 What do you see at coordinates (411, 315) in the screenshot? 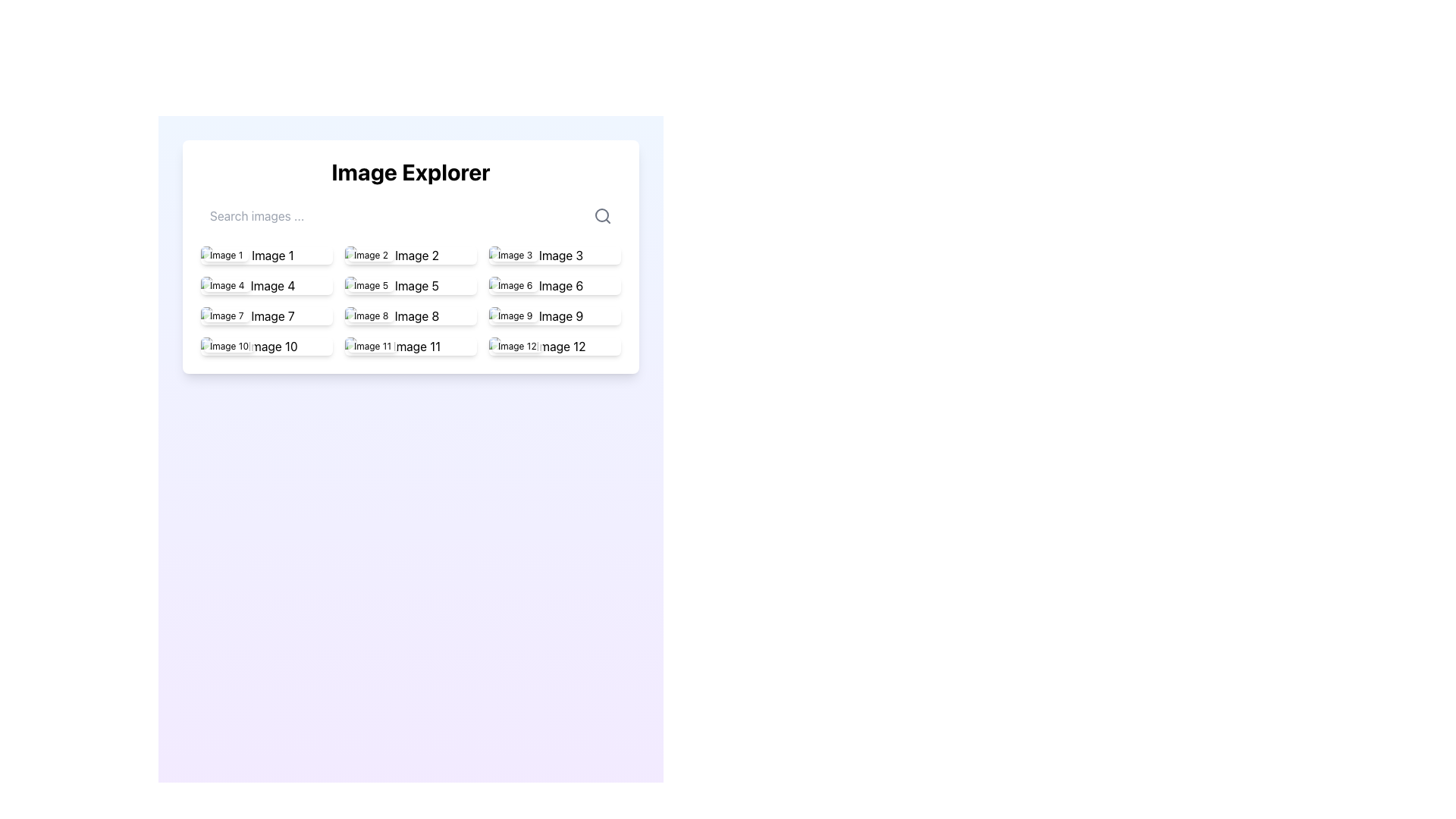
I see `the Thumbnail with label displaying 'Image 8' located in the third row and second column of the grid` at bounding box center [411, 315].